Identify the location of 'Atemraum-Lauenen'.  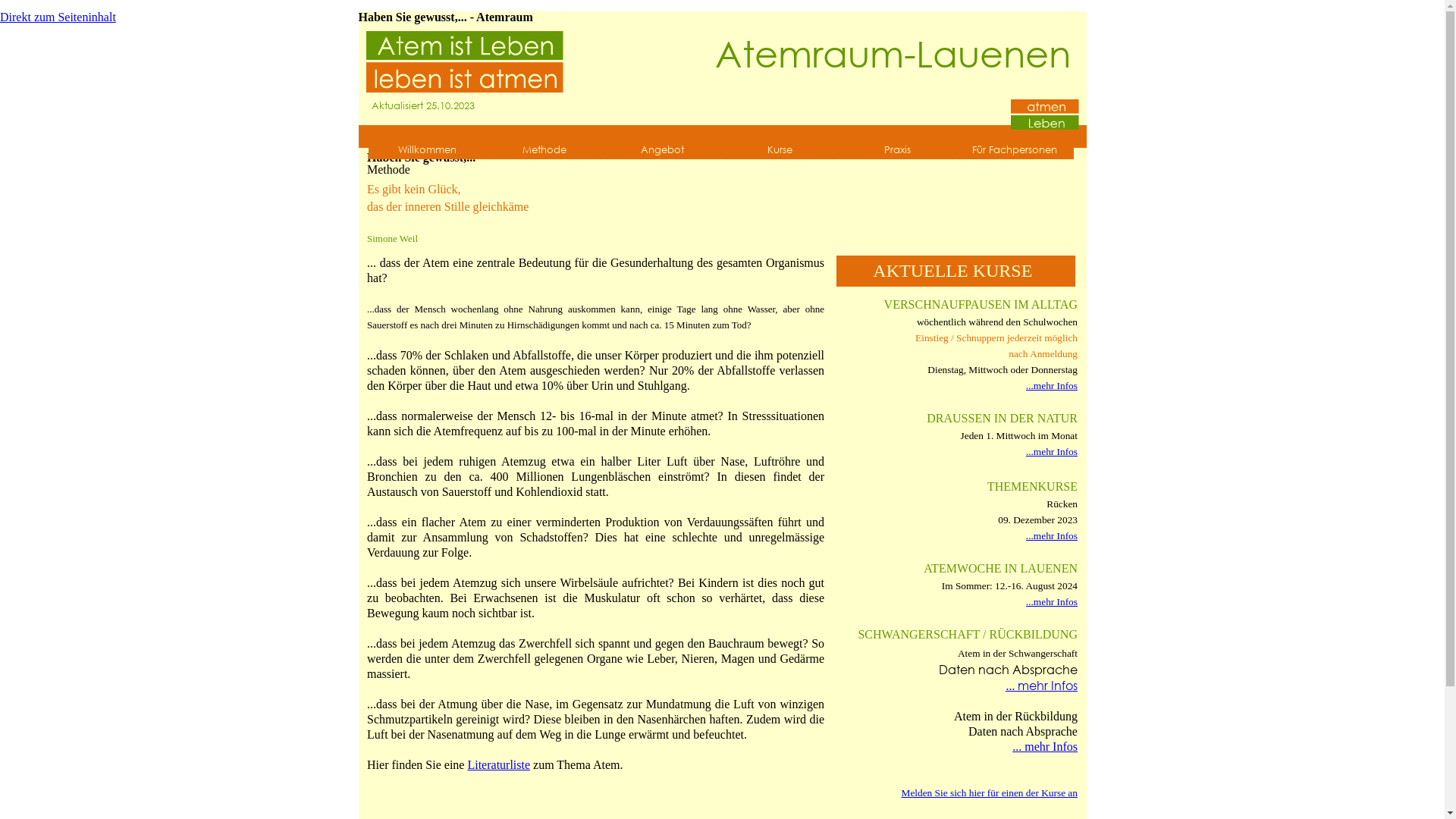
(893, 52).